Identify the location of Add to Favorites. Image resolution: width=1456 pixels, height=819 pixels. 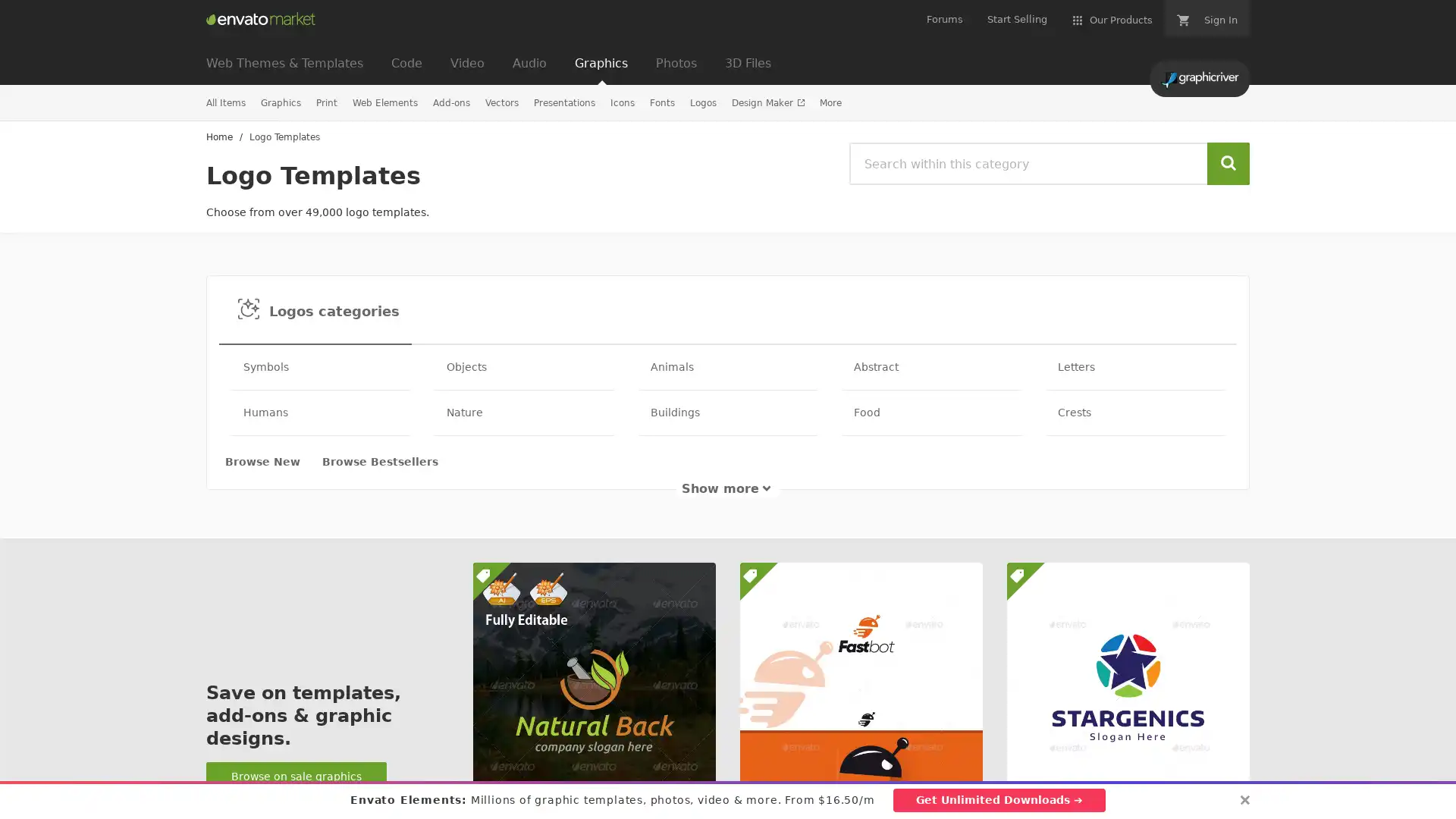
(962, 783).